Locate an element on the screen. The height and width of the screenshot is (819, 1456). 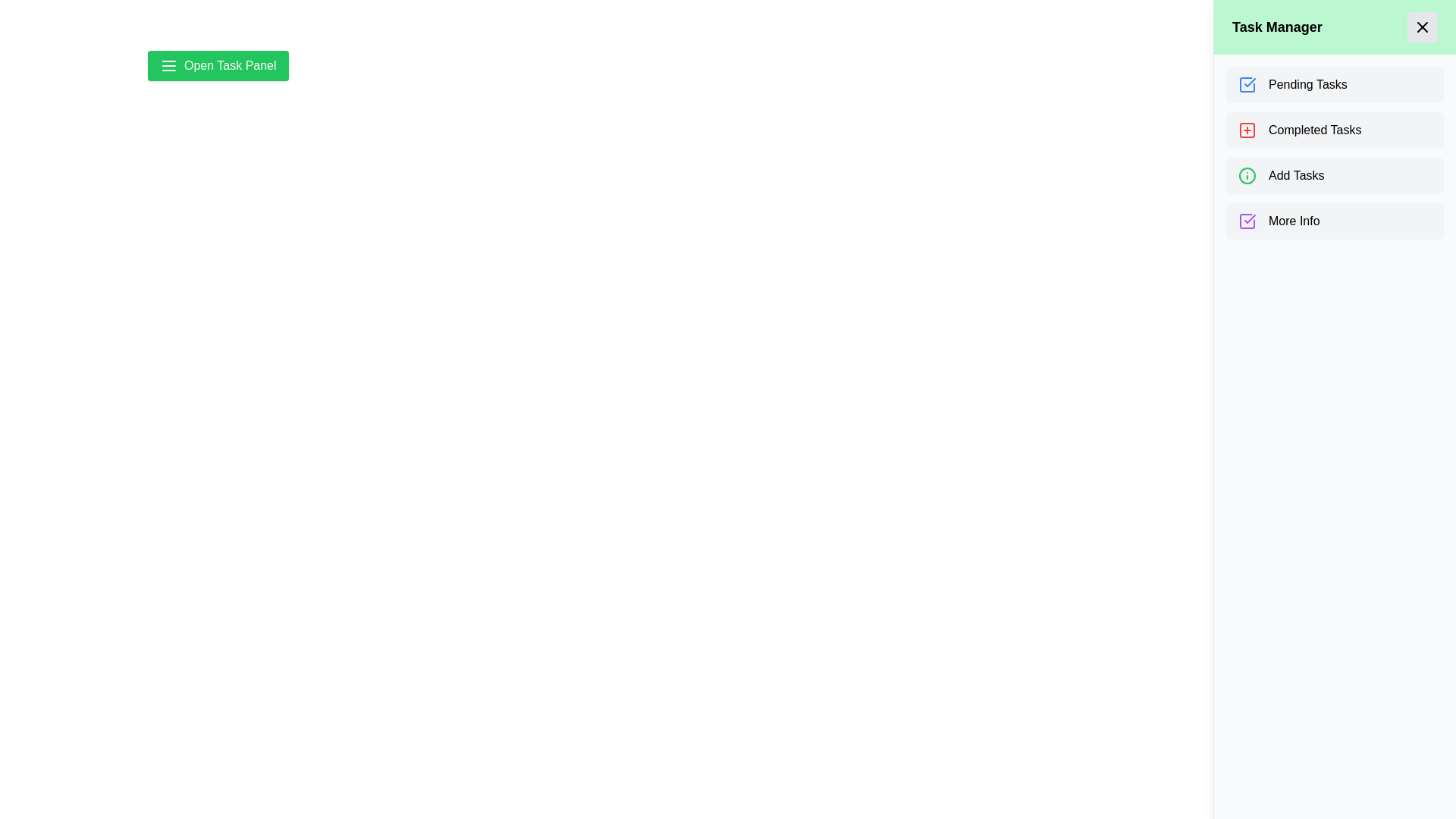
the task category Pending Tasks from the list is located at coordinates (1335, 84).